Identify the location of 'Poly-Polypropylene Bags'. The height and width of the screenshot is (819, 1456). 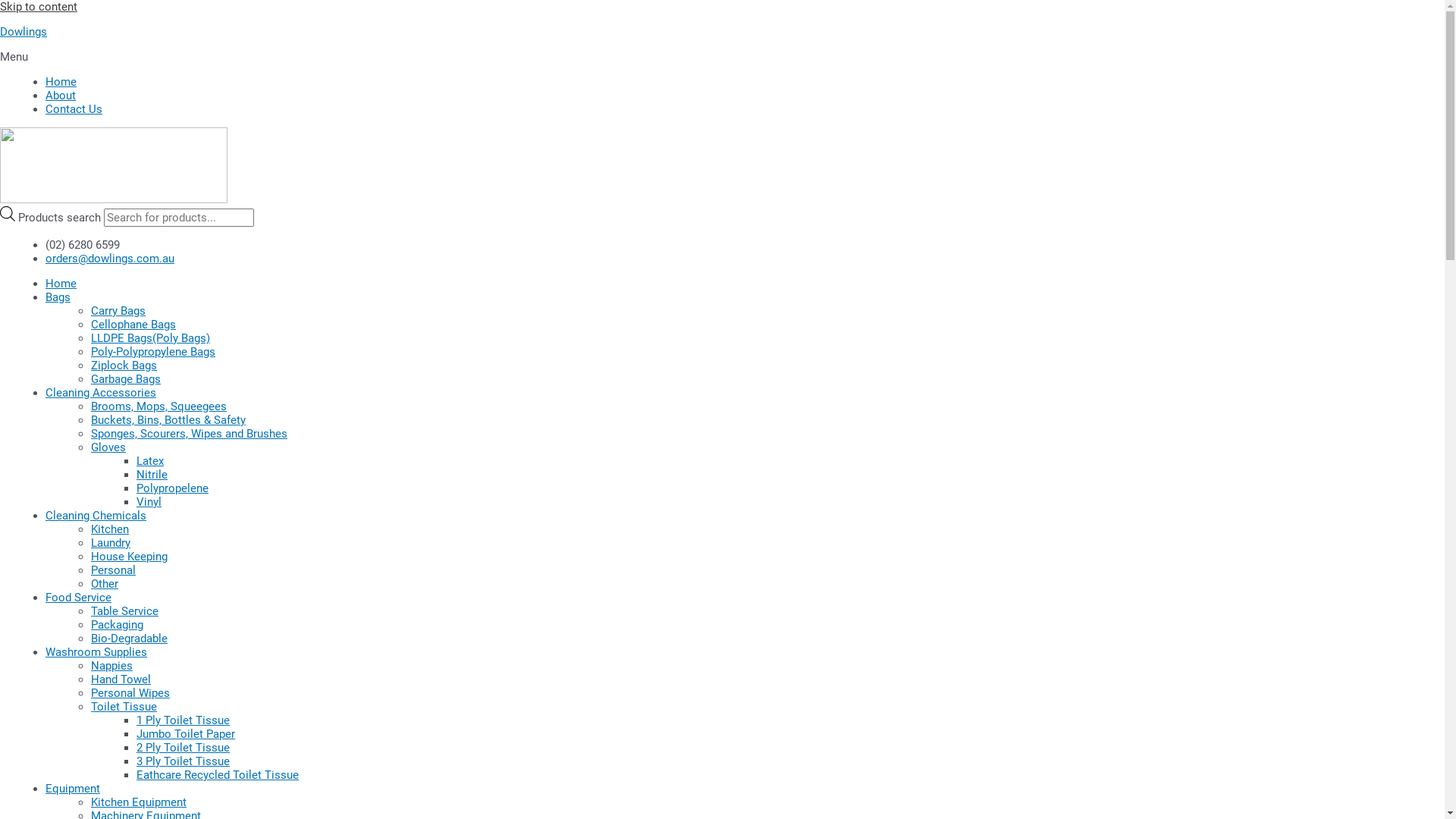
(152, 351).